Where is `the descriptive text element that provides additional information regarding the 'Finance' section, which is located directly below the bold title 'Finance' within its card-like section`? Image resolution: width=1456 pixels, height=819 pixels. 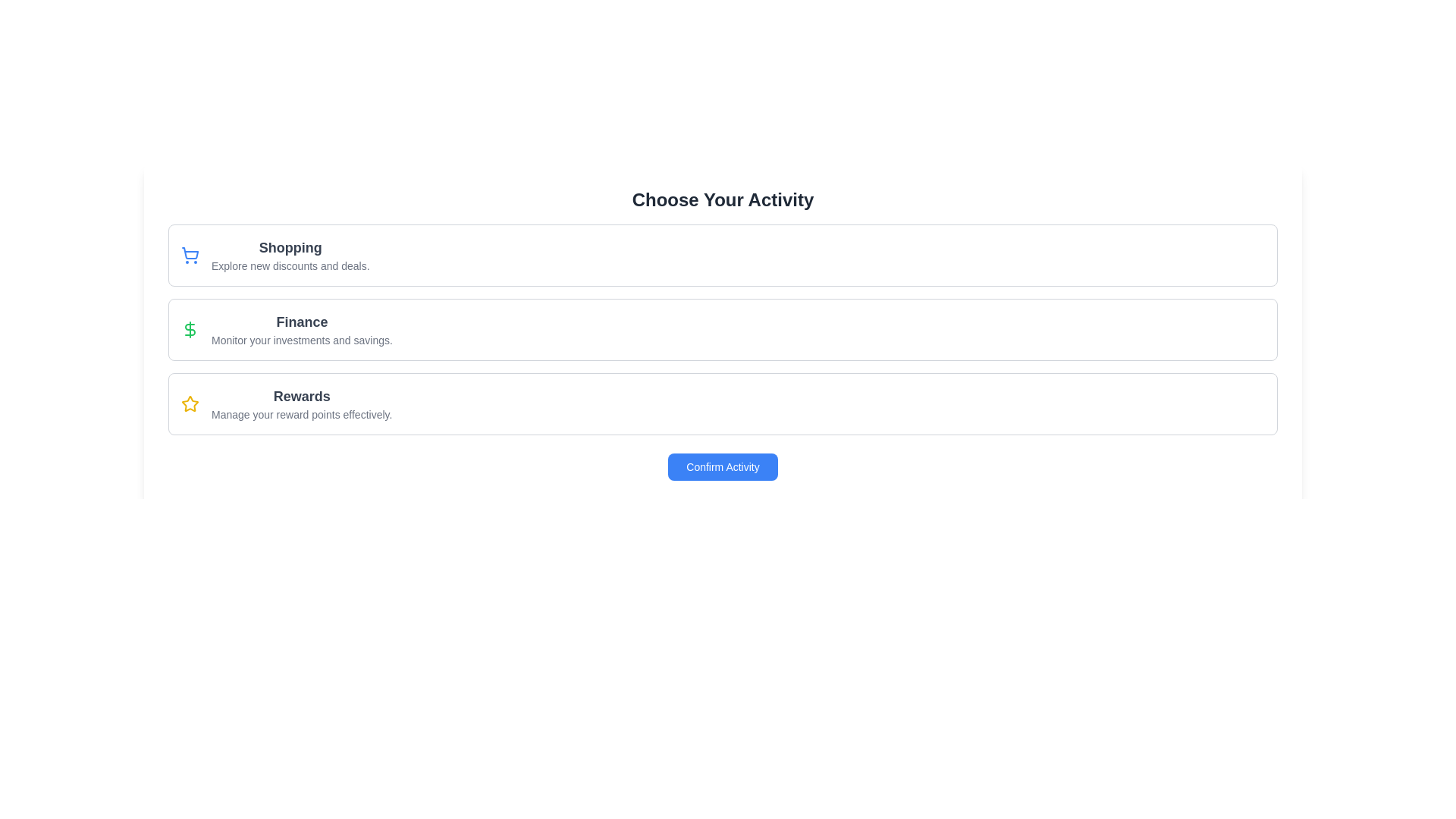
the descriptive text element that provides additional information regarding the 'Finance' section, which is located directly below the bold title 'Finance' within its card-like section is located at coordinates (302, 339).